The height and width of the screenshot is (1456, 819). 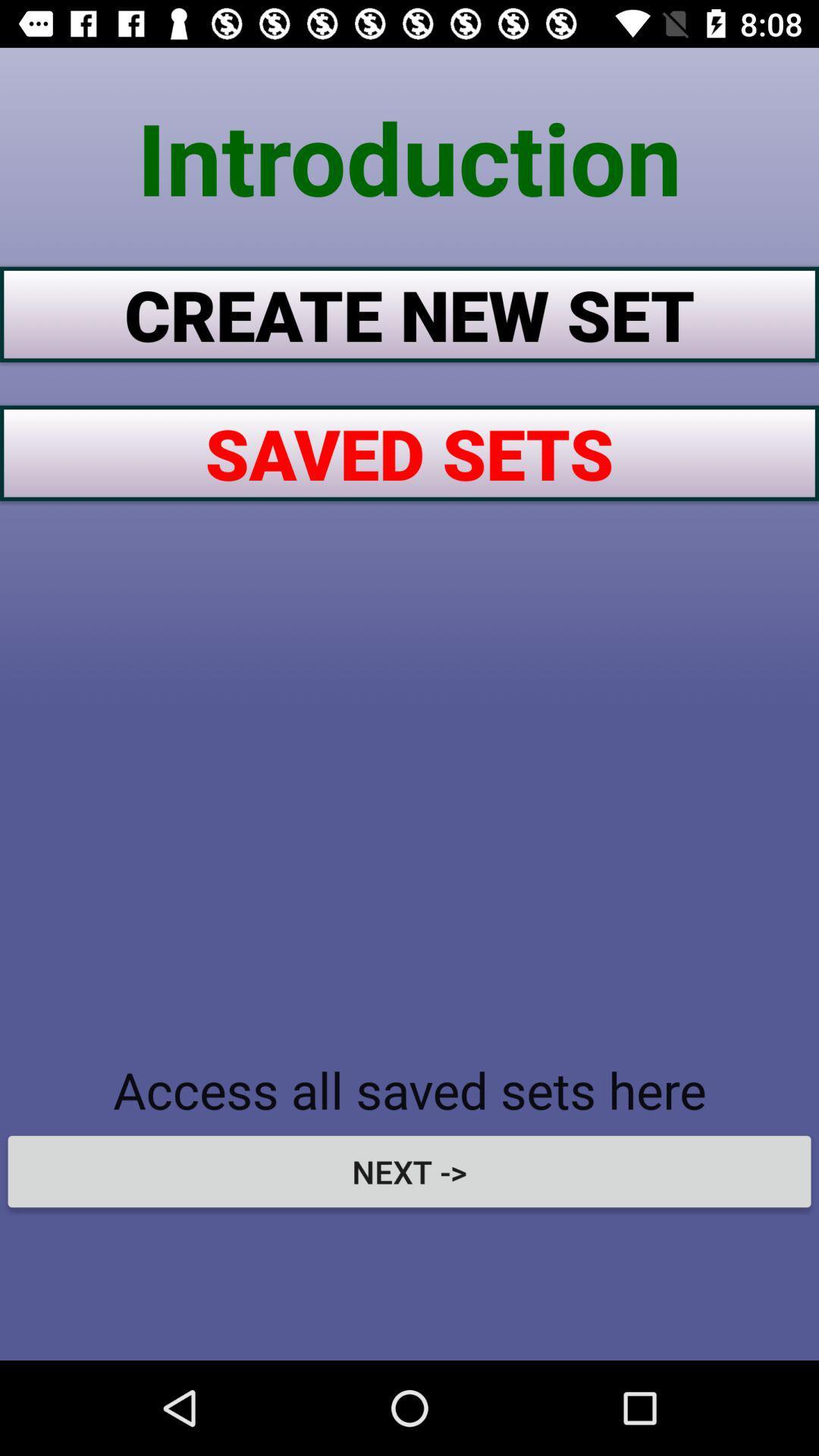 What do you see at coordinates (409, 313) in the screenshot?
I see `create new set` at bounding box center [409, 313].